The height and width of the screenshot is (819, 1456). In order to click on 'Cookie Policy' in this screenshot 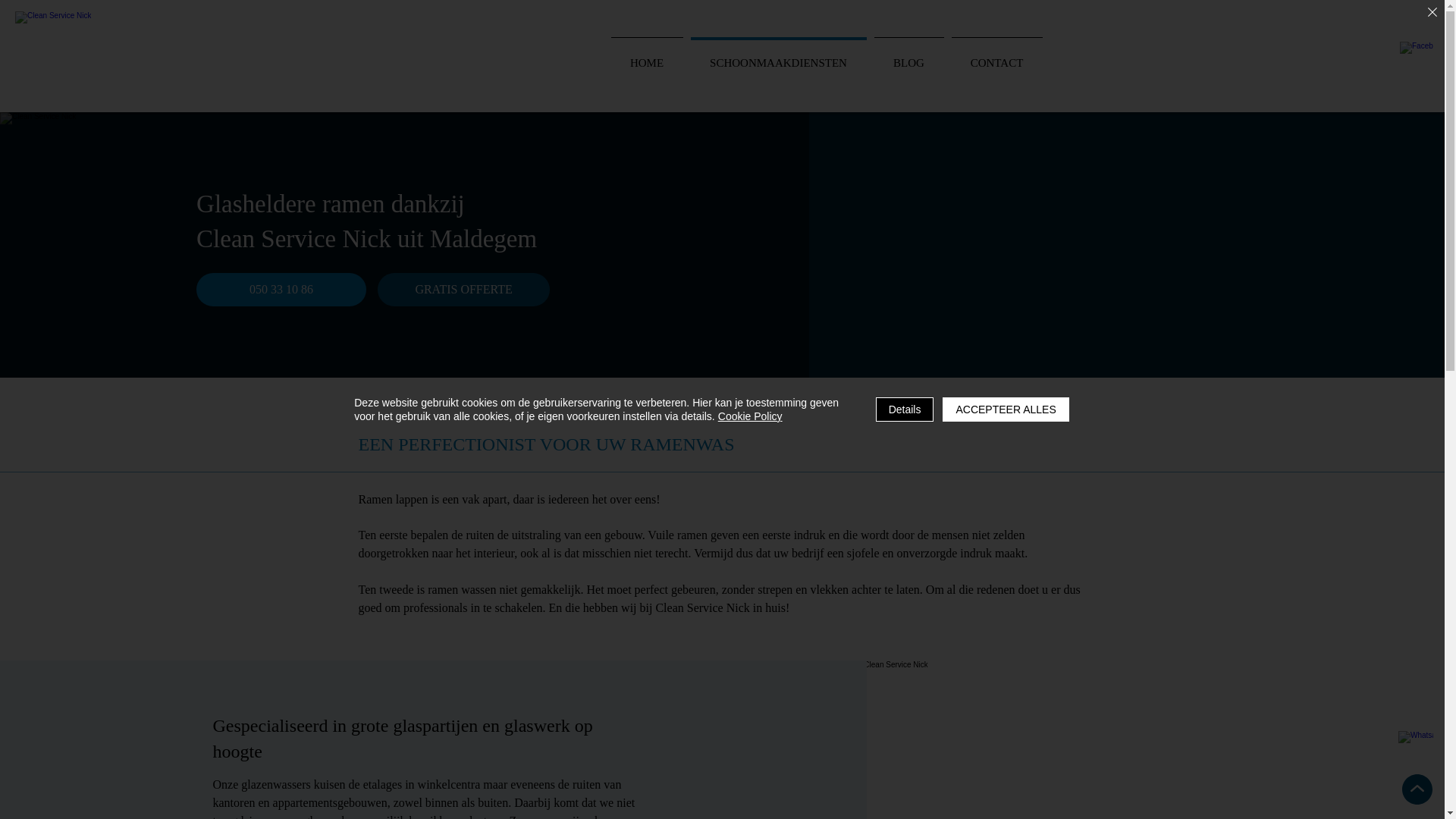, I will do `click(750, 416)`.